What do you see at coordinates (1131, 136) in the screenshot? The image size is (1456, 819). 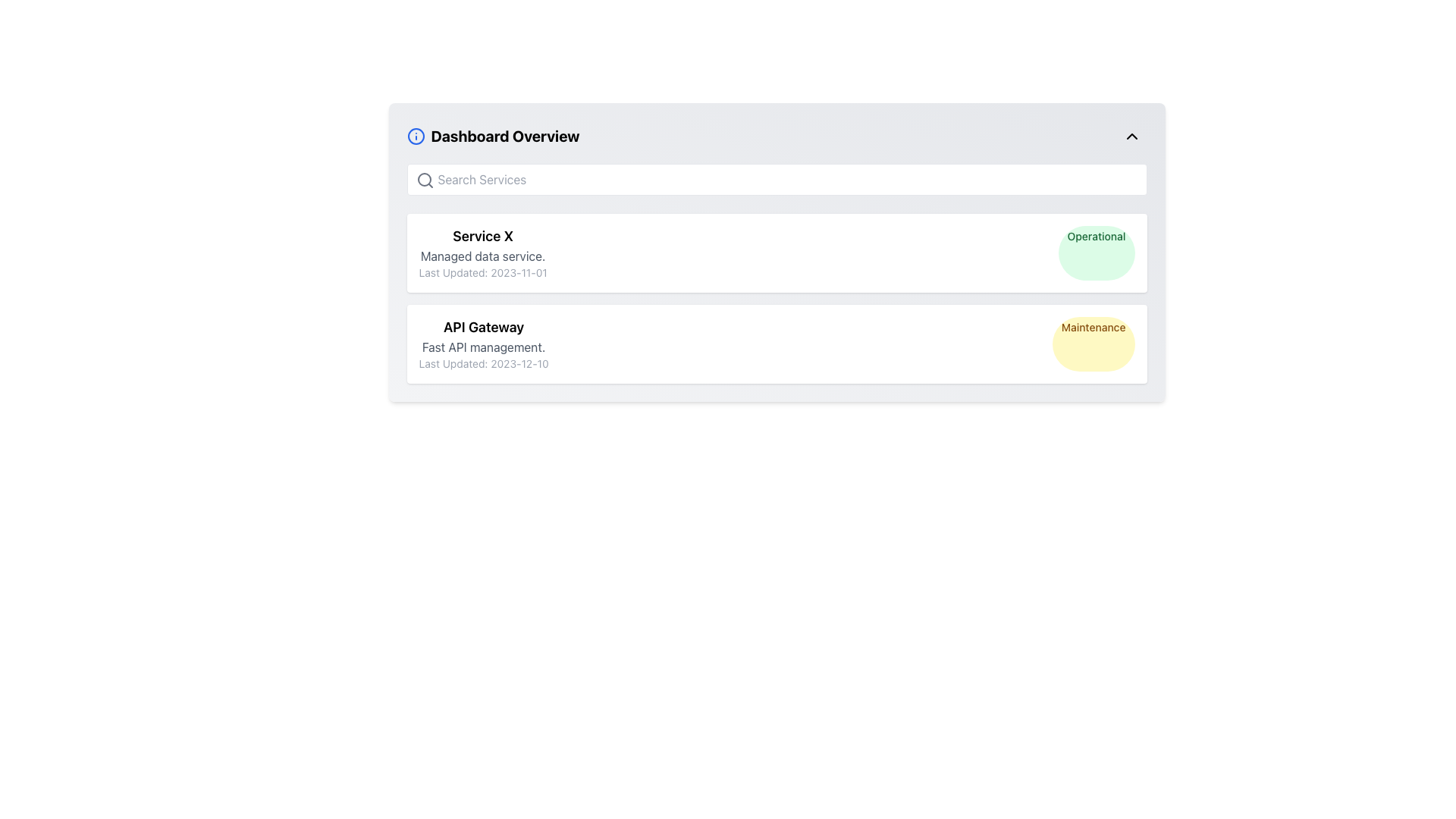 I see `the small triangular SVG icon with a thin black outline located in the top-right corner of the main section for visual feedback` at bounding box center [1131, 136].